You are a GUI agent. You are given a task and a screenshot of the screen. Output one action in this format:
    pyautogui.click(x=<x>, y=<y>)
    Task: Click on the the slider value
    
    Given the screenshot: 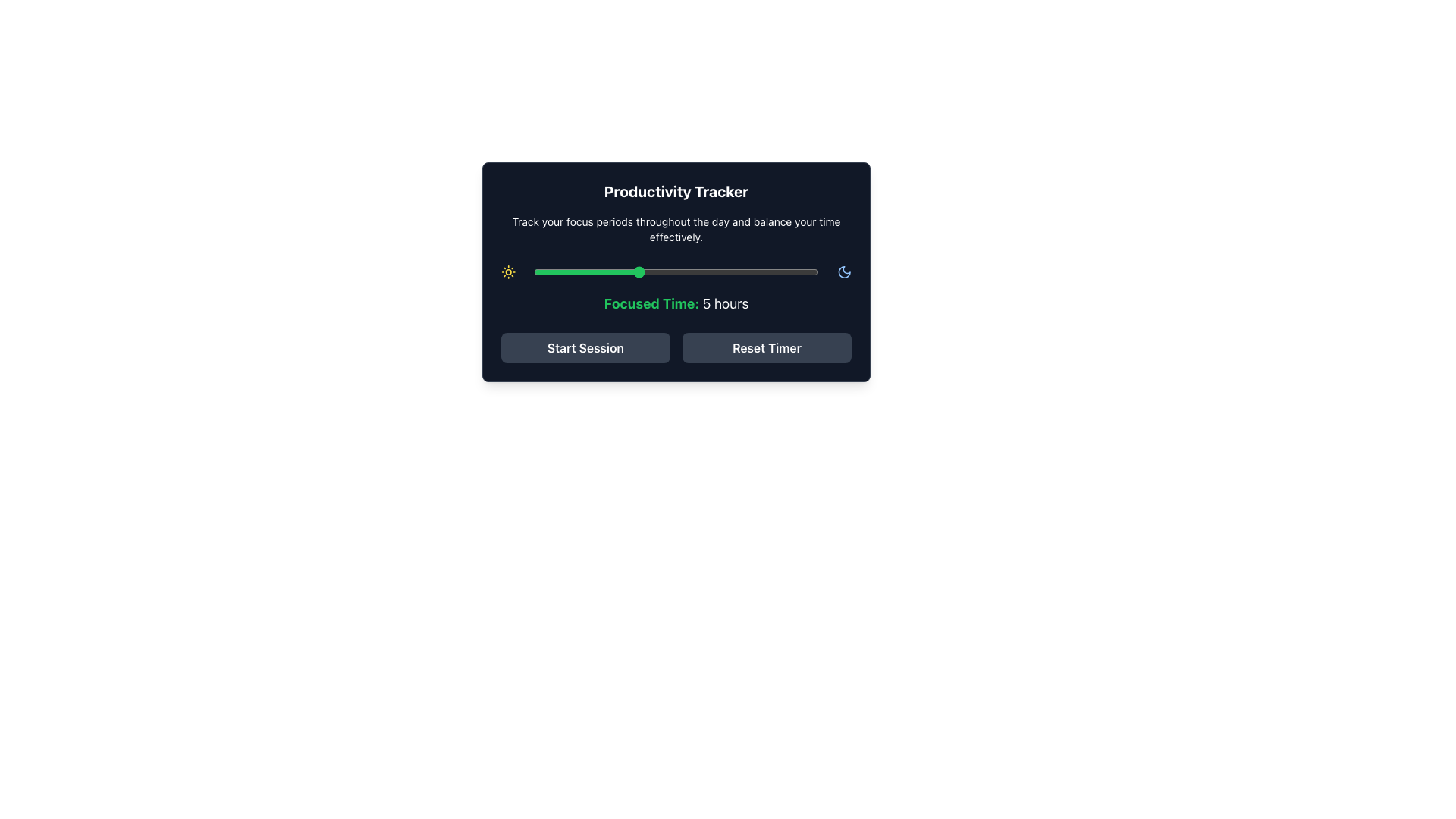 What is the action you would take?
    pyautogui.click(x=766, y=271)
    